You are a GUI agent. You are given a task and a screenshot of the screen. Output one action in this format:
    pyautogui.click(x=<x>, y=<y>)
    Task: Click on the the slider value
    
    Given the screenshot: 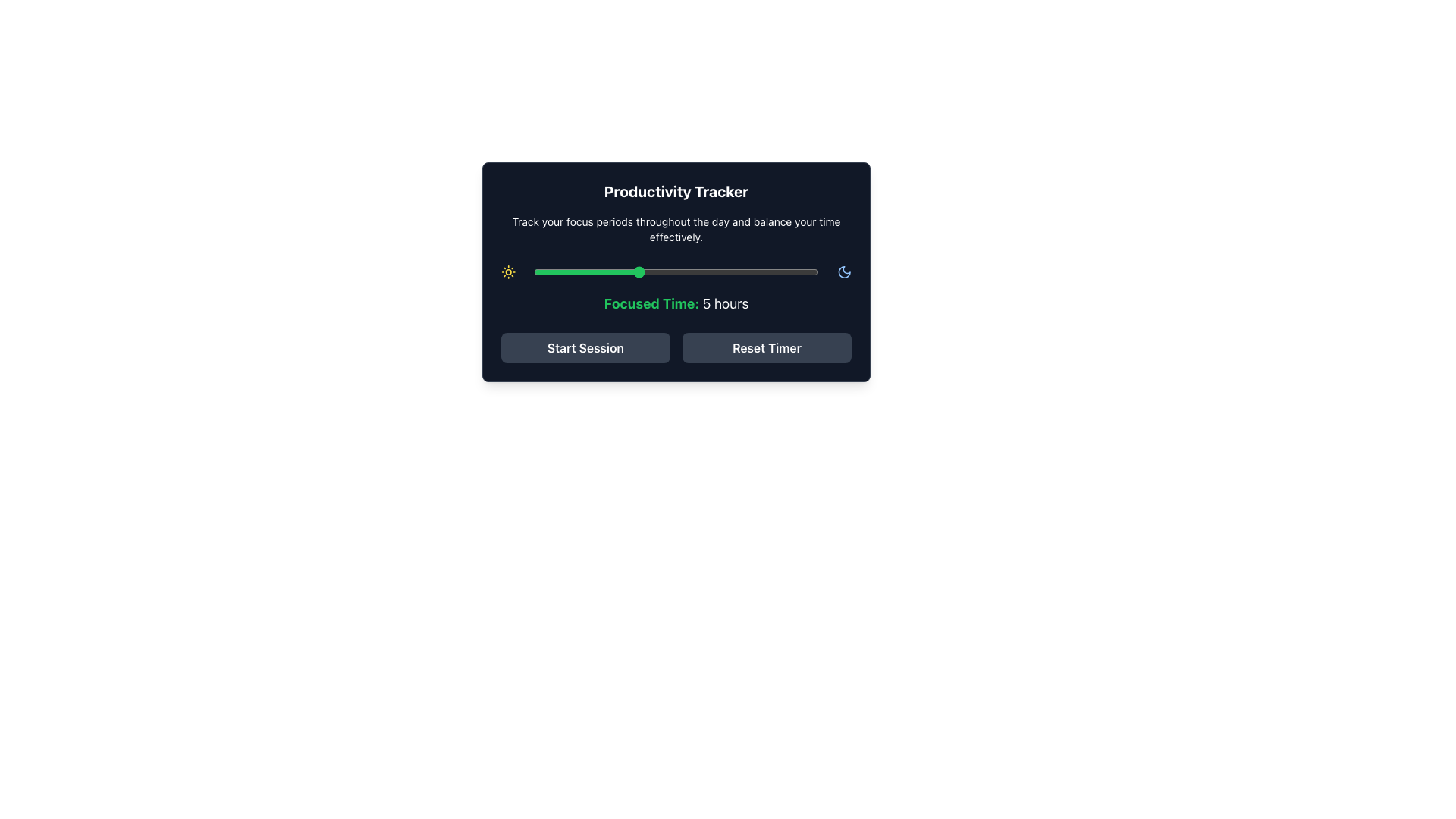 What is the action you would take?
    pyautogui.click(x=766, y=271)
    